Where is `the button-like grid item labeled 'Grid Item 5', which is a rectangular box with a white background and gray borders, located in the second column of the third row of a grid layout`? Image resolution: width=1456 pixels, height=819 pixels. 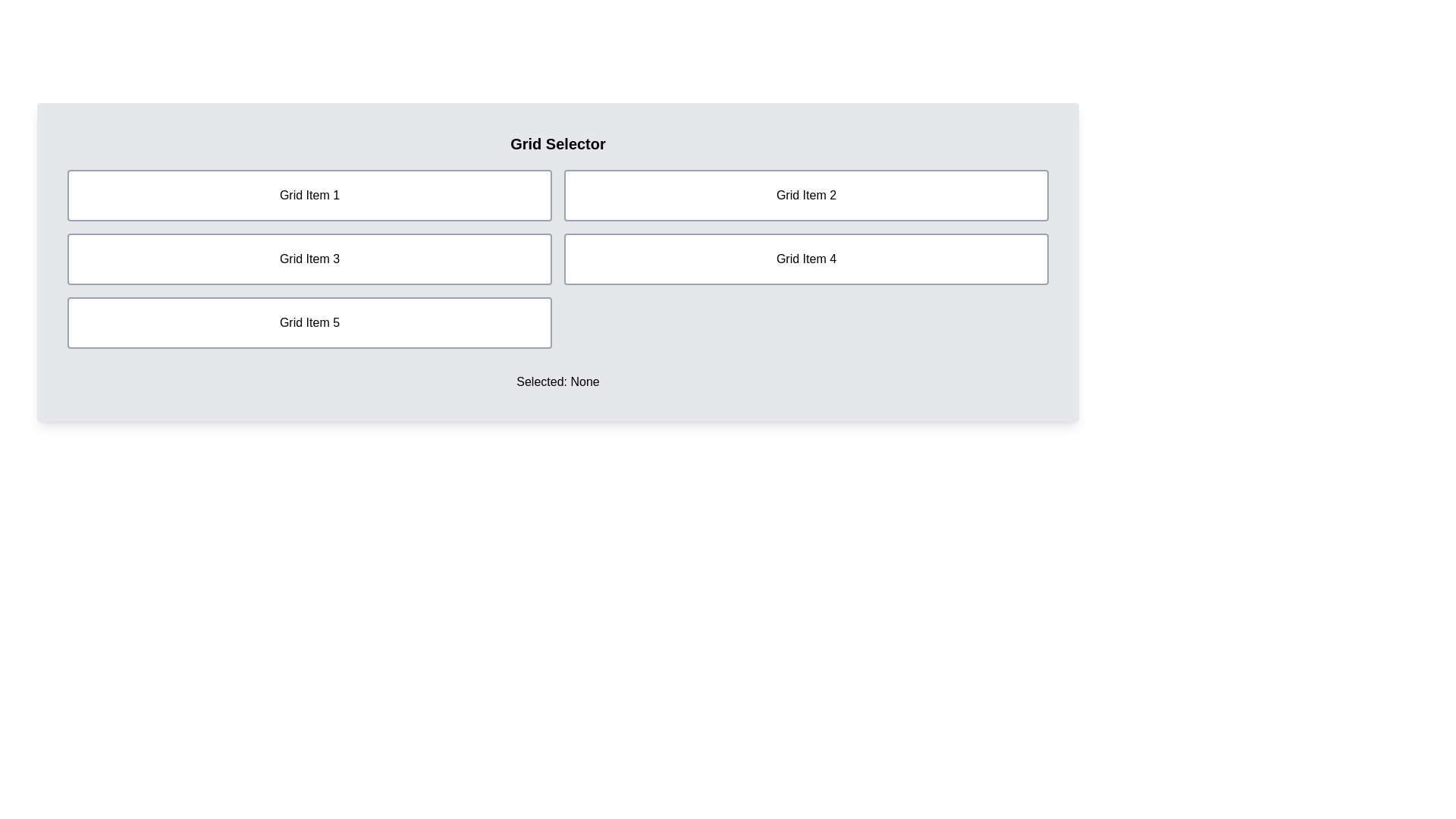
the button-like grid item labeled 'Grid Item 5', which is a rectangular box with a white background and gray borders, located in the second column of the third row of a grid layout is located at coordinates (309, 322).